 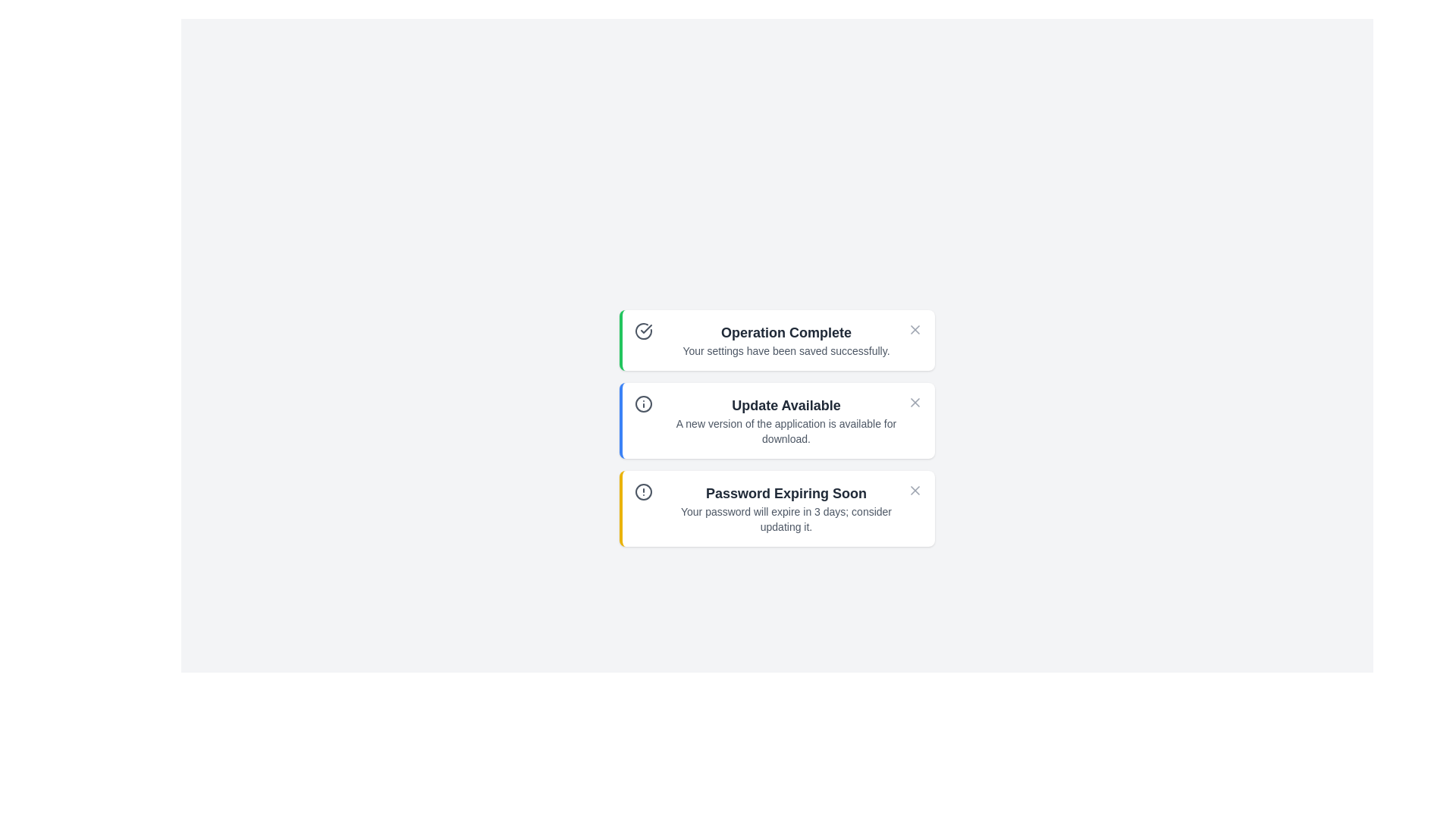 What do you see at coordinates (786, 494) in the screenshot?
I see `title text label of the third notification about password expiration, which is located at the top of the notification box` at bounding box center [786, 494].